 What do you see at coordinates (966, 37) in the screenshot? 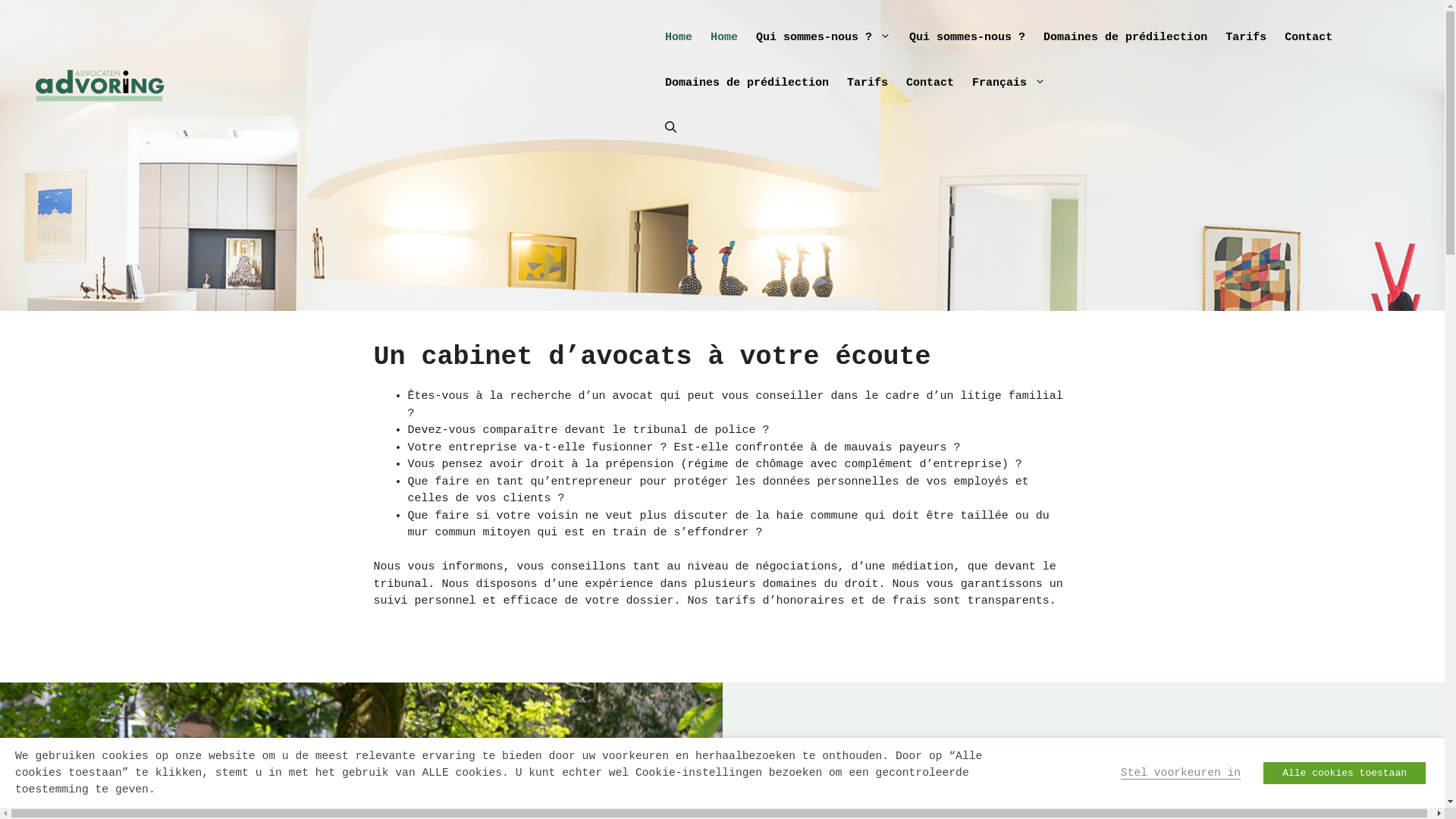
I see `'Qui sommes-nous ?'` at bounding box center [966, 37].